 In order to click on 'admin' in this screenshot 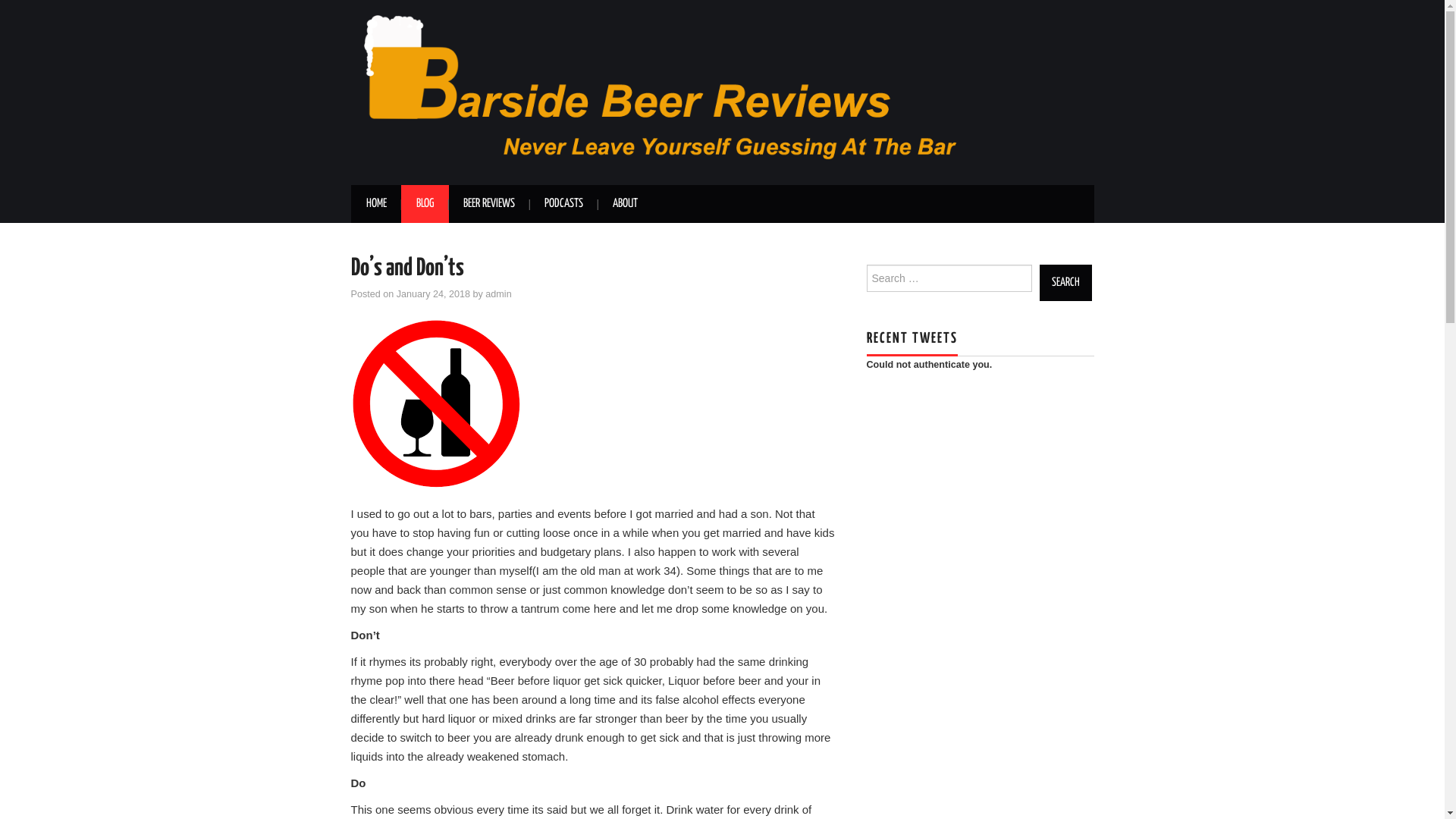, I will do `click(484, 294)`.